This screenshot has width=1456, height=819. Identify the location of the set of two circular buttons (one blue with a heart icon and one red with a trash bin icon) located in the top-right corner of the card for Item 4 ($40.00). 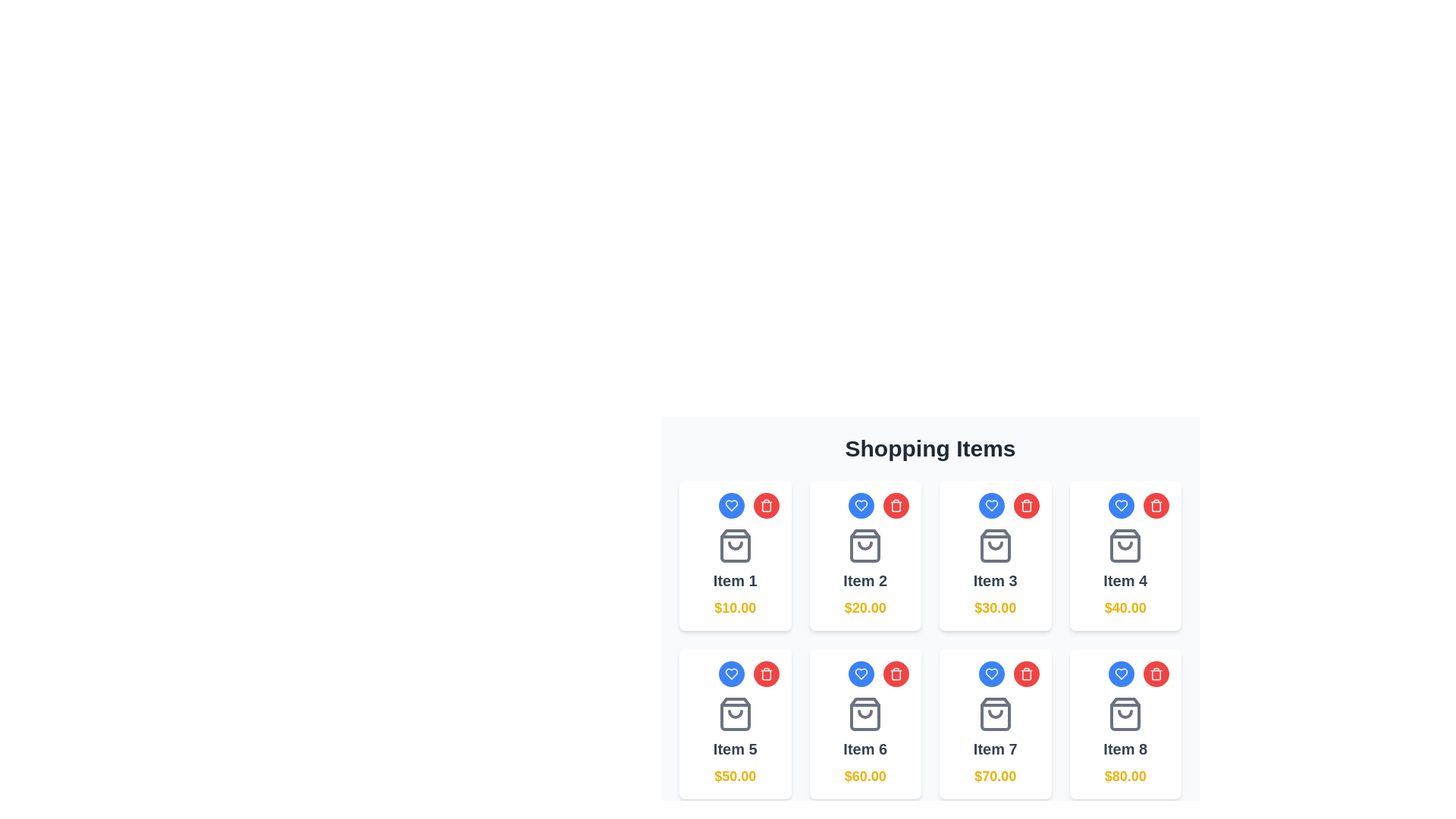
(1125, 506).